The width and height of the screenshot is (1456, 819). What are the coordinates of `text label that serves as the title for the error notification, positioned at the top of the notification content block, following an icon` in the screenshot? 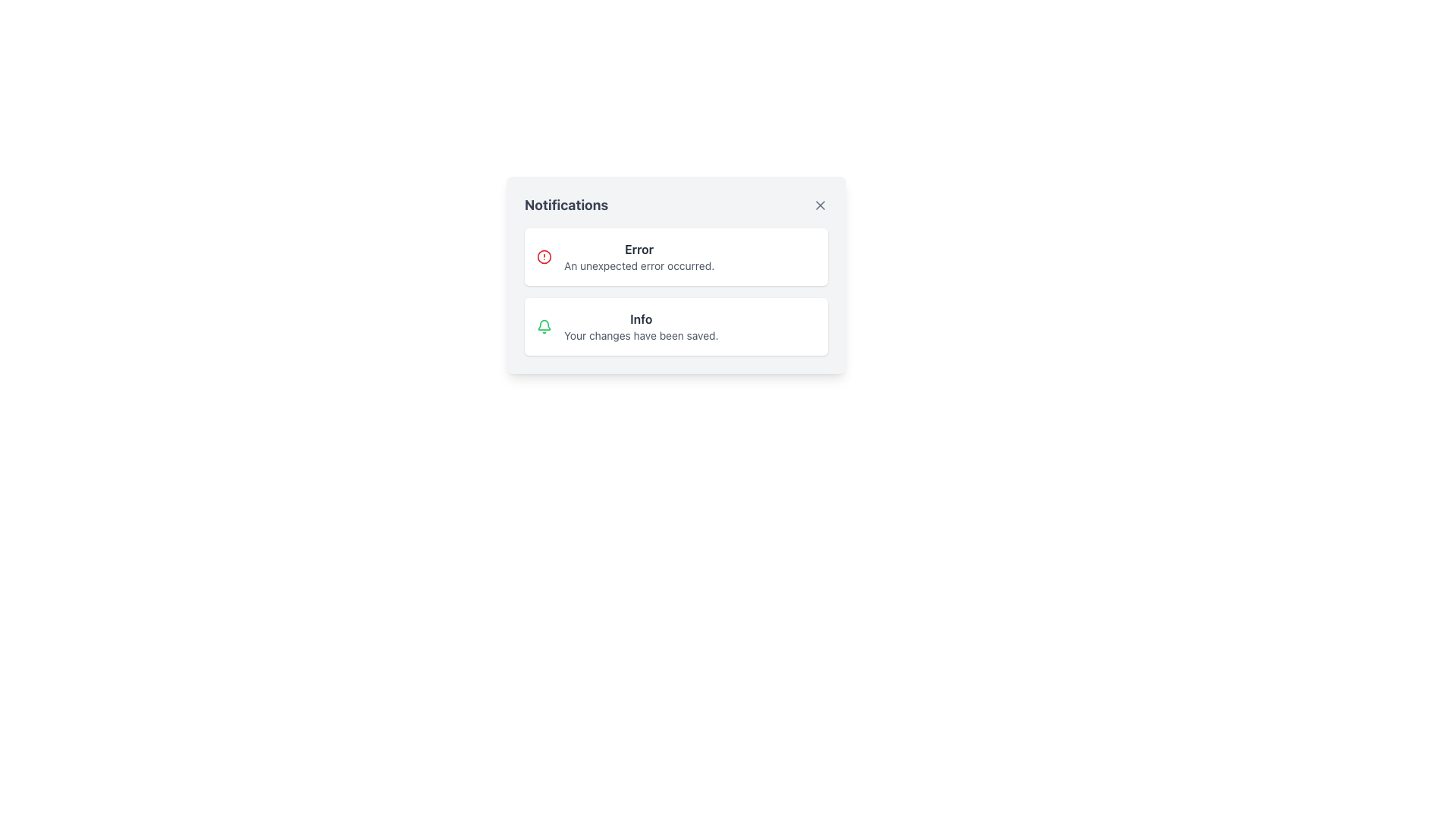 It's located at (639, 248).